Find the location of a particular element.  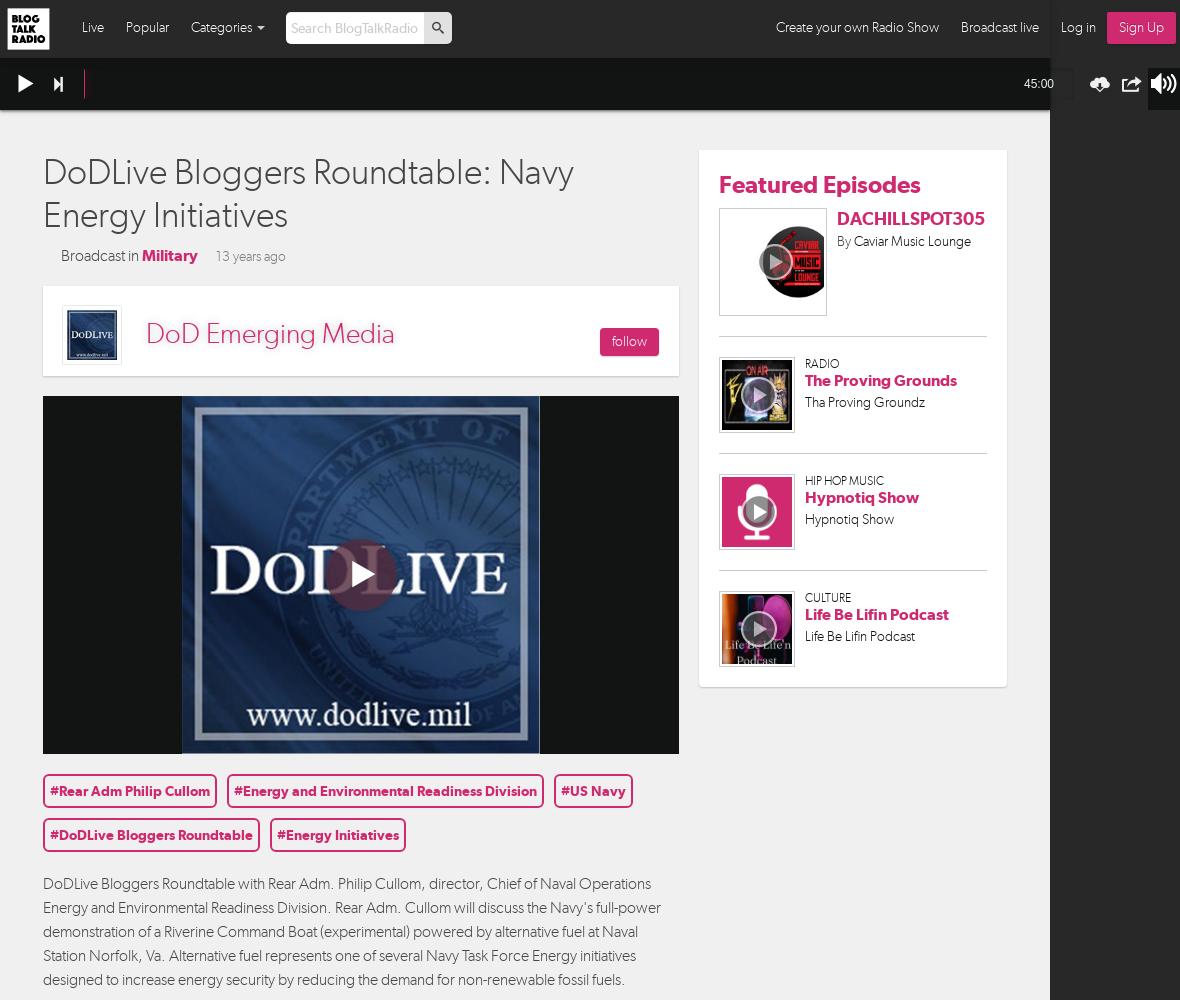

'Log in' is located at coordinates (1078, 27).